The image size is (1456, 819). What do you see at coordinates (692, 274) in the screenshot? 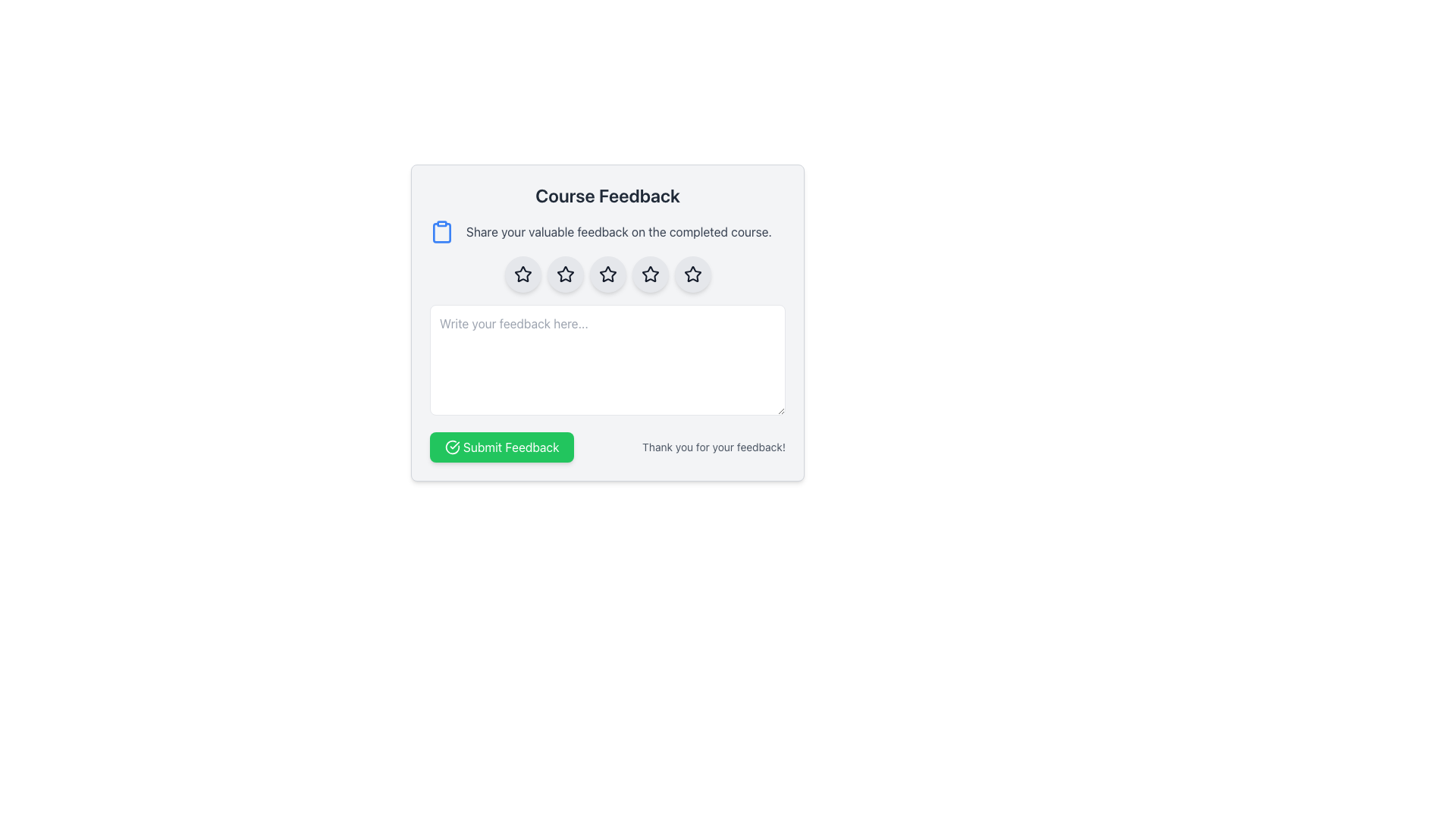
I see `the last star icon in the rating section` at bounding box center [692, 274].